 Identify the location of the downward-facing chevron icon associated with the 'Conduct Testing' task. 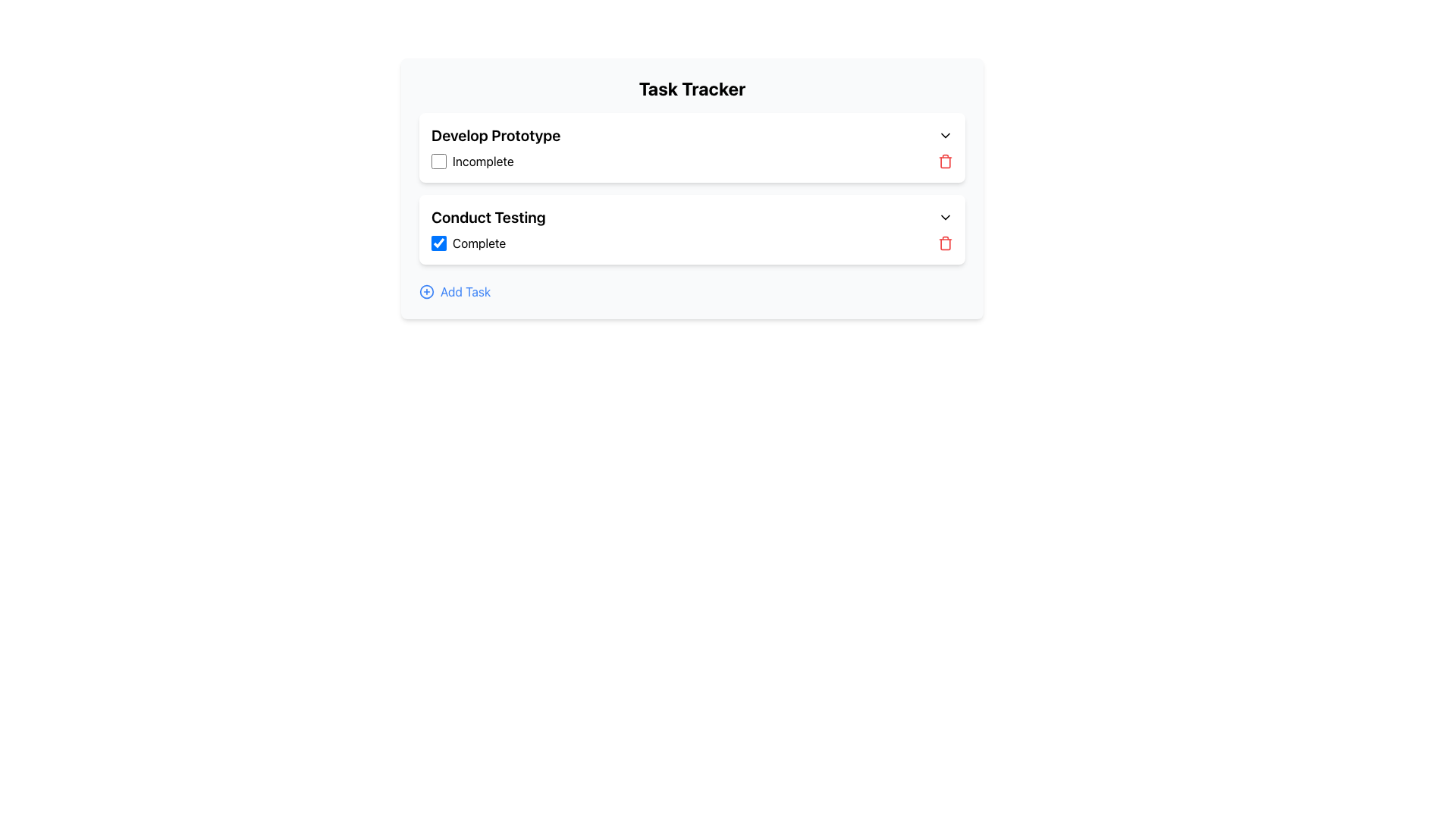
(945, 217).